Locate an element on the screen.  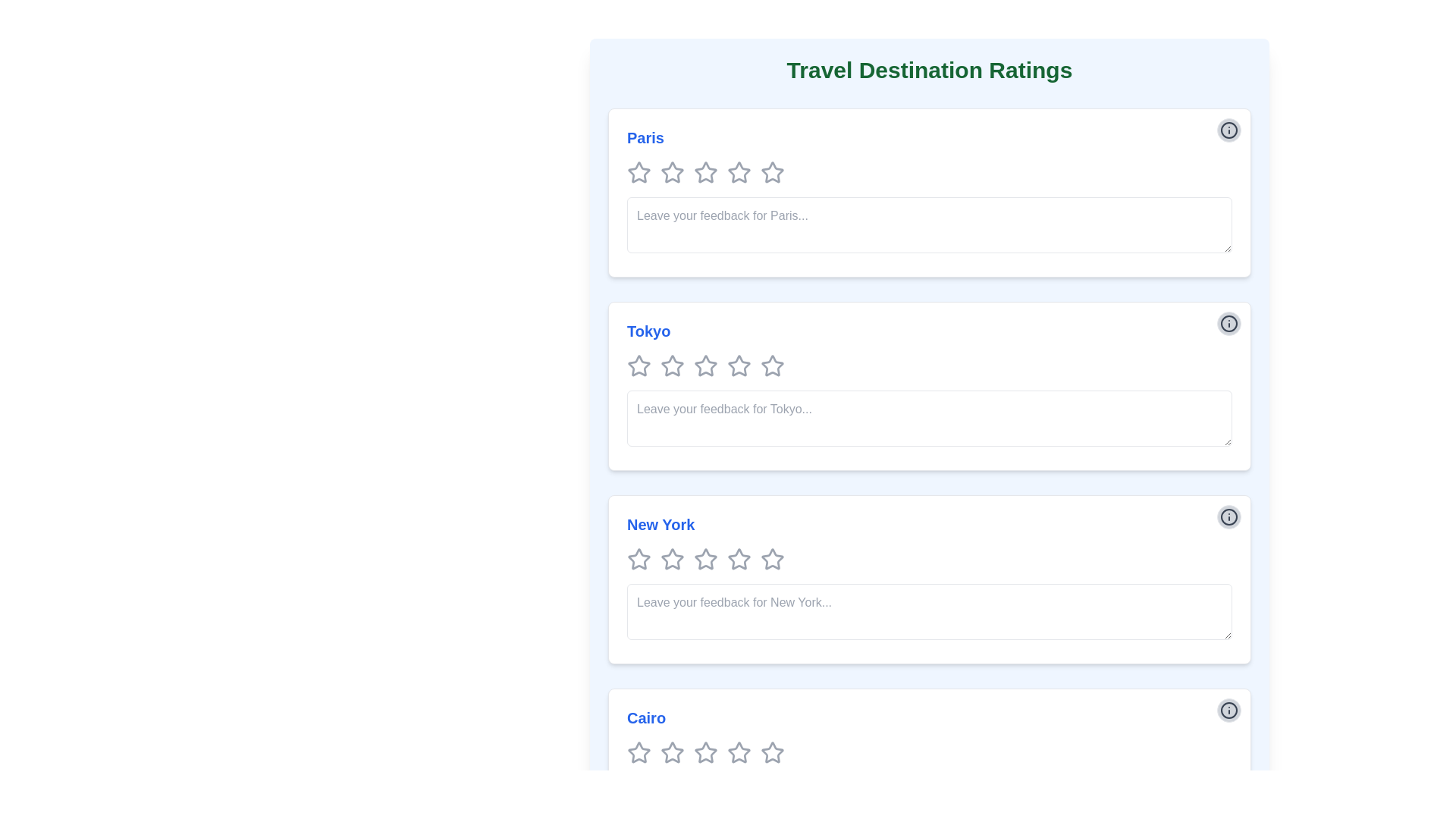
the hollow star icon with a gray border in the second row of the 'Tokyo' ratings to set a rating of 2 is located at coordinates (705, 366).